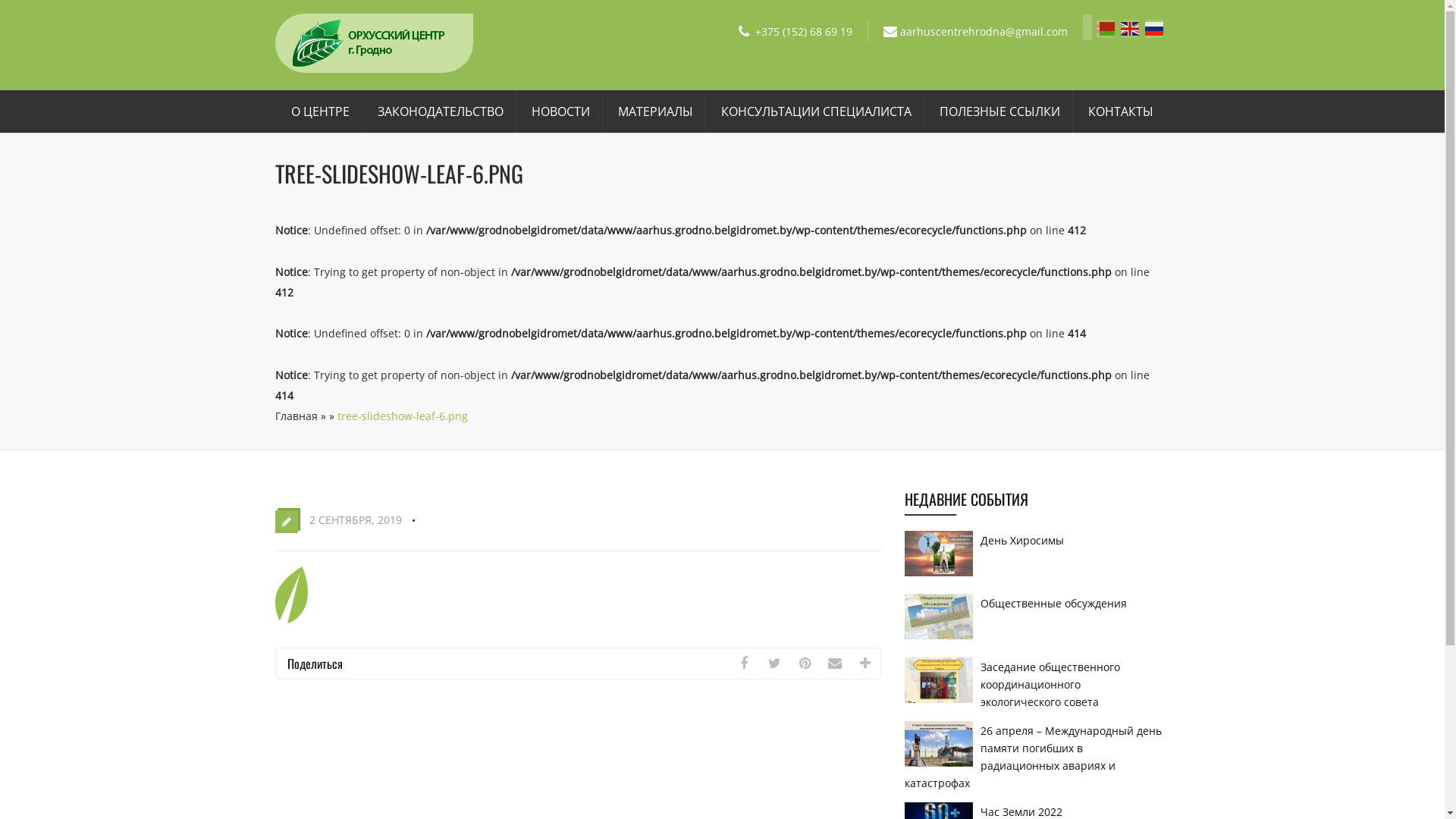  I want to click on 'Belarusian', so click(1096, 27).